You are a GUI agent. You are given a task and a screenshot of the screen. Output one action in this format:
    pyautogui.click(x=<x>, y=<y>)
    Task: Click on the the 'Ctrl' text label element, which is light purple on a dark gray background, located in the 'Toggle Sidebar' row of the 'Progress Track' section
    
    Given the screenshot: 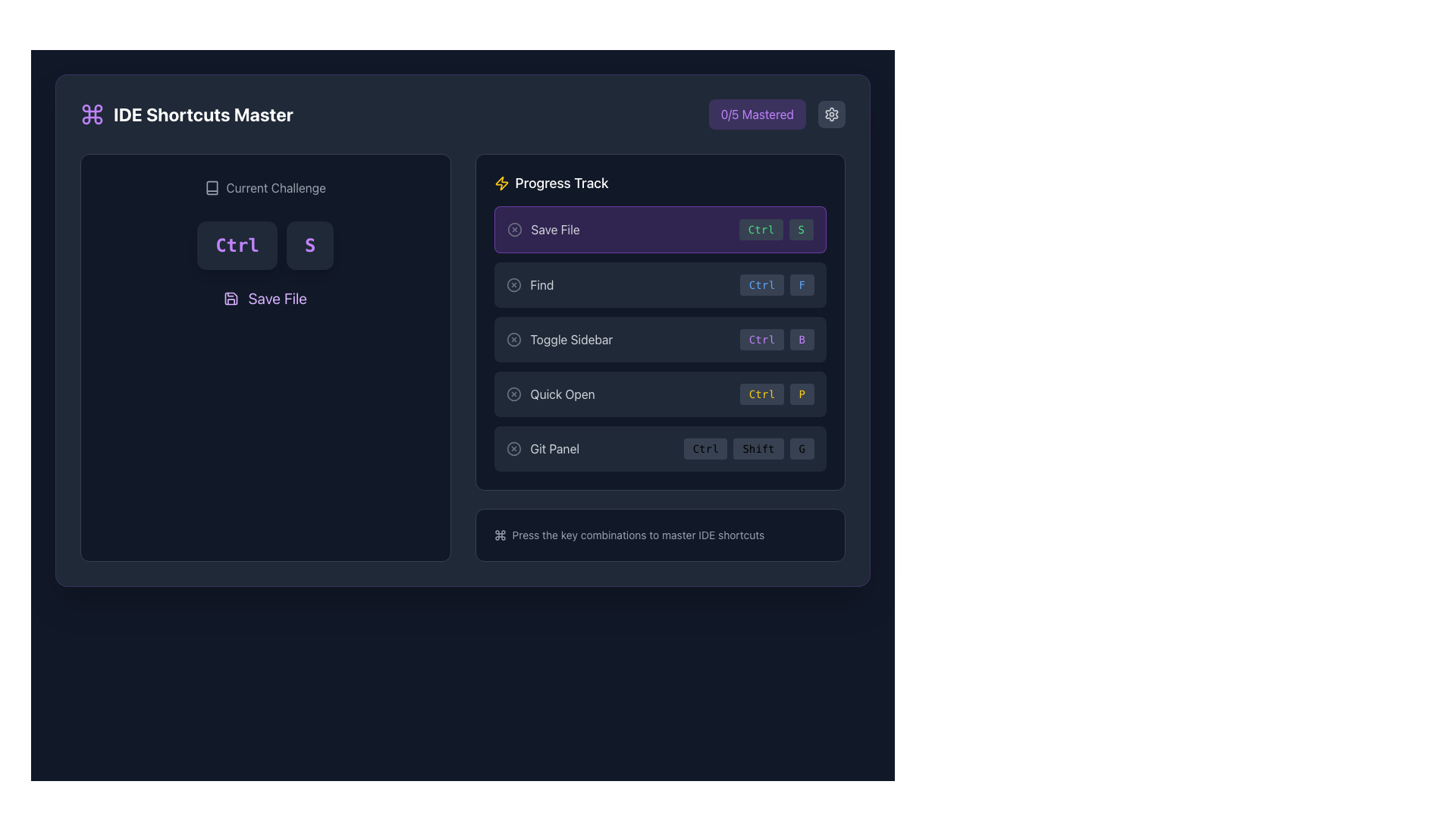 What is the action you would take?
    pyautogui.click(x=761, y=338)
    